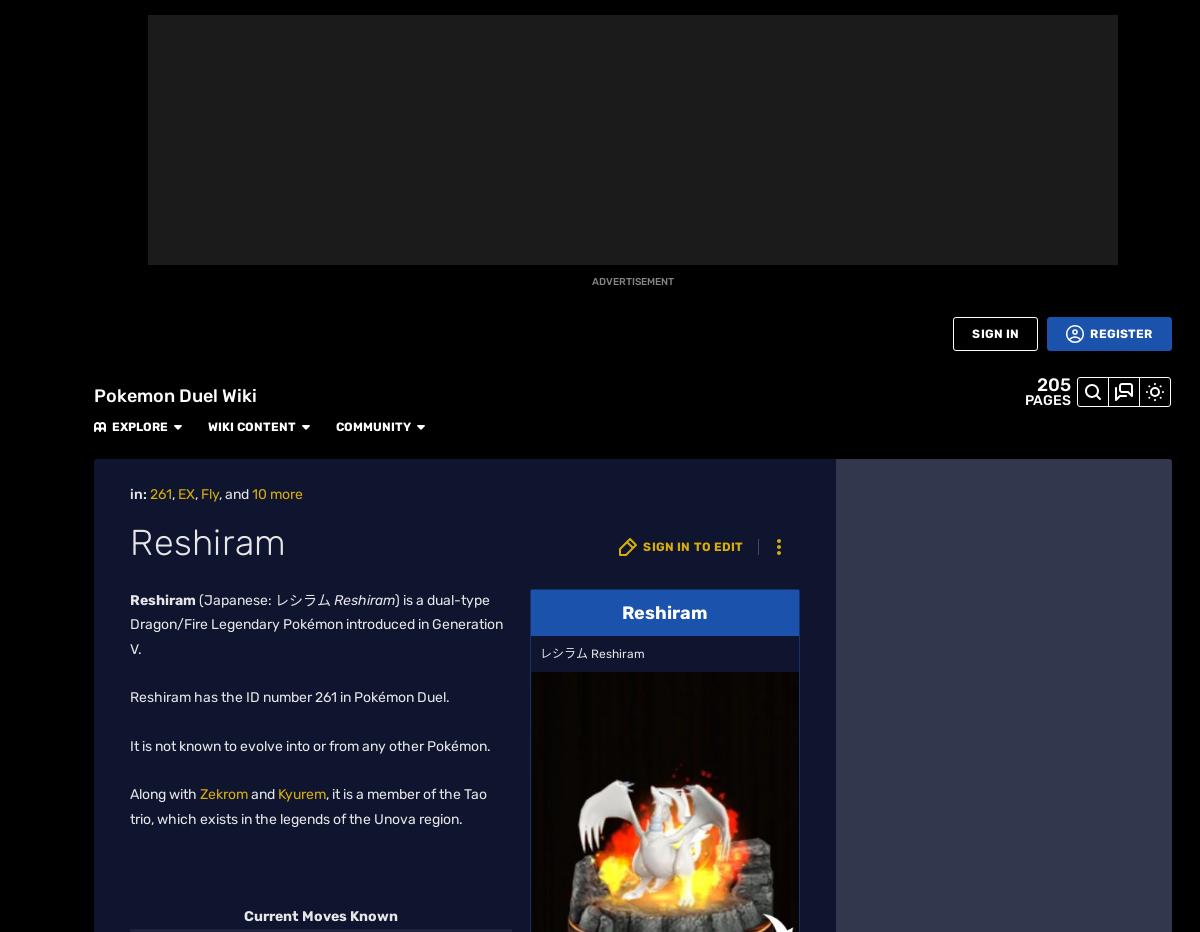  Describe the element at coordinates (533, 479) in the screenshot. I see `'Double Chance'` at that location.